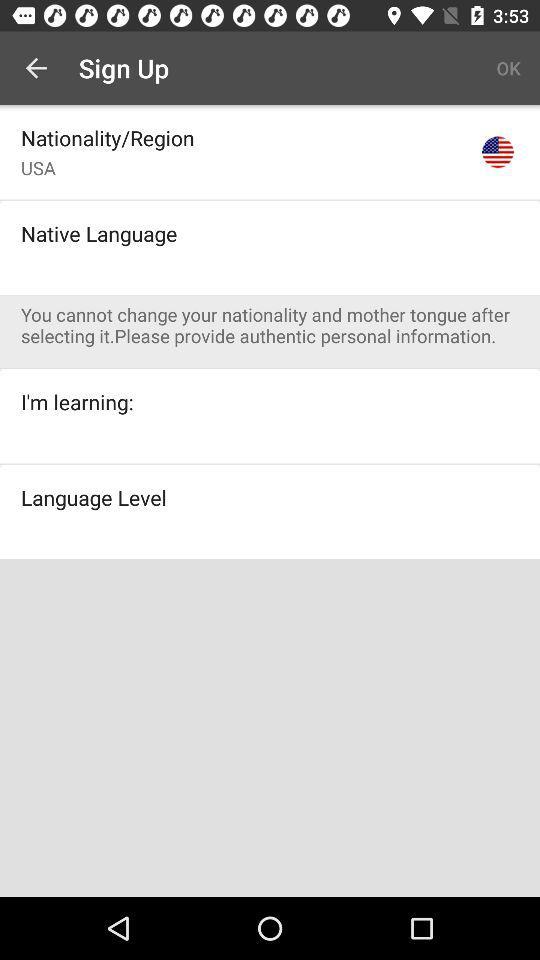 The height and width of the screenshot is (960, 540). What do you see at coordinates (76, 401) in the screenshot?
I see `the i'm learning:` at bounding box center [76, 401].